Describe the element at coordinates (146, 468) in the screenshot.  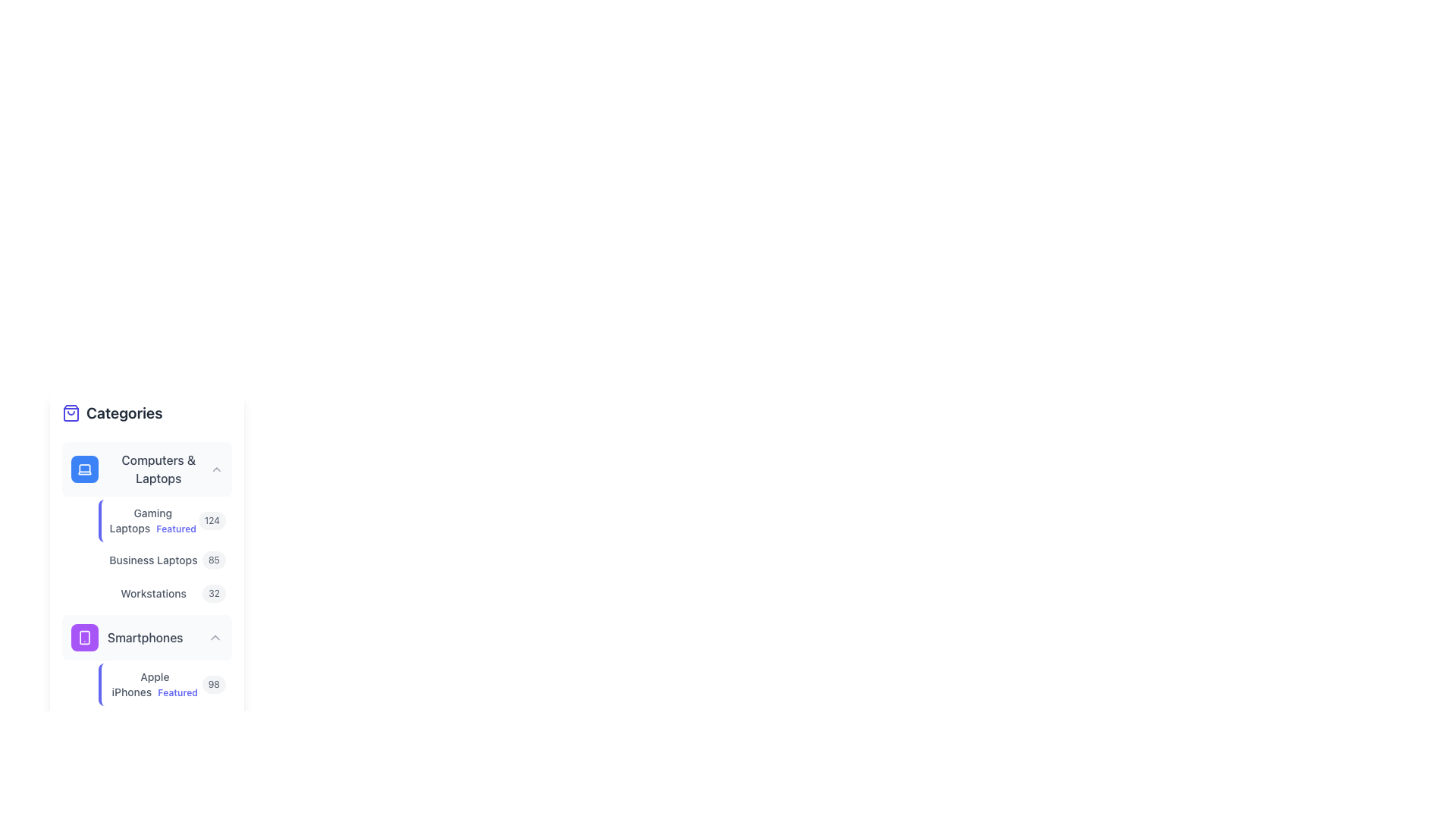
I see `the 'Computers & Laptops' category button with a blue background and a laptop icon` at that location.